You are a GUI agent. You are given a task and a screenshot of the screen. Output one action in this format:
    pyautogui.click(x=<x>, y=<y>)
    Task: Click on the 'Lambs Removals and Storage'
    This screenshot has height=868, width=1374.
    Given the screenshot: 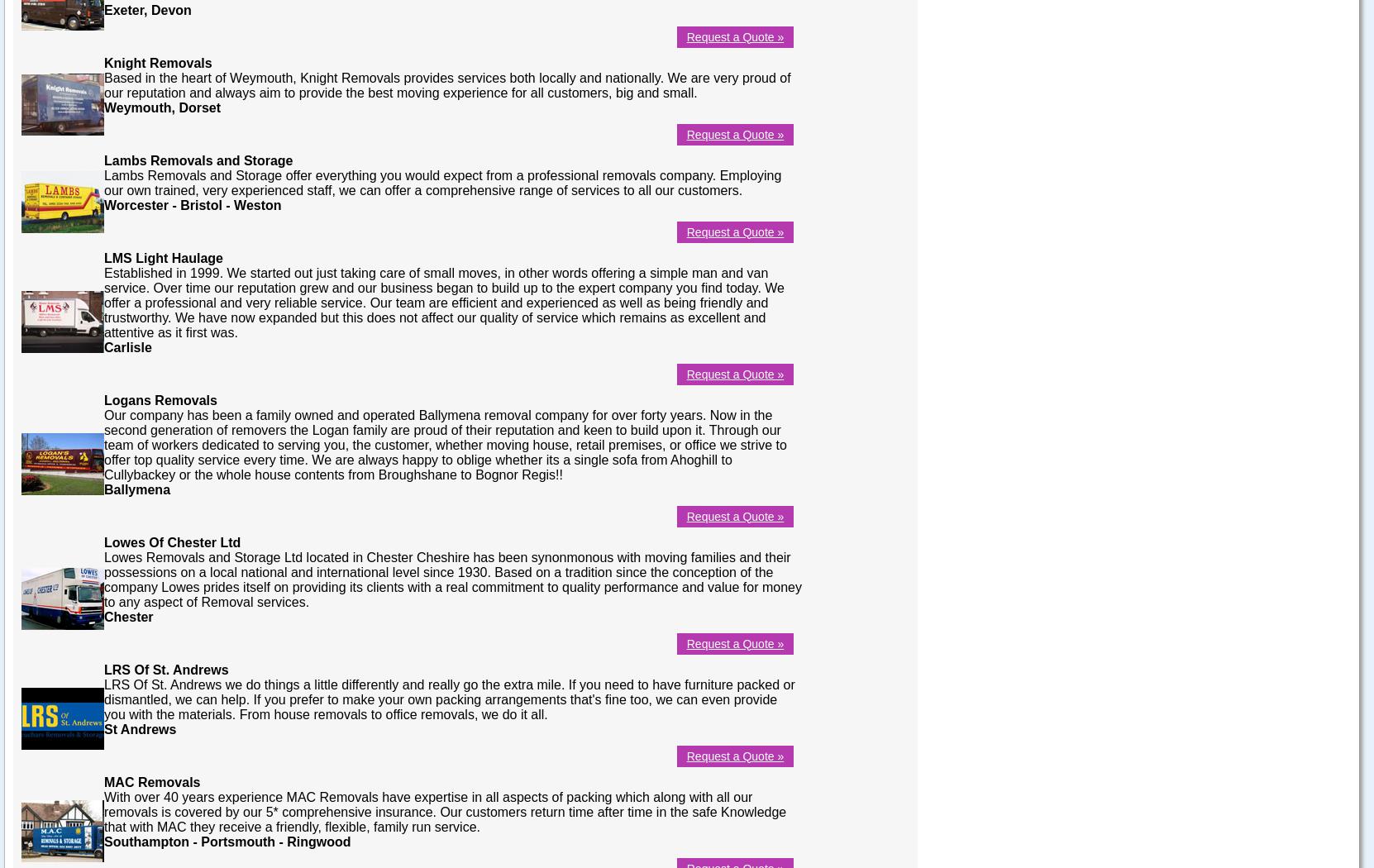 What is the action you would take?
    pyautogui.click(x=197, y=159)
    